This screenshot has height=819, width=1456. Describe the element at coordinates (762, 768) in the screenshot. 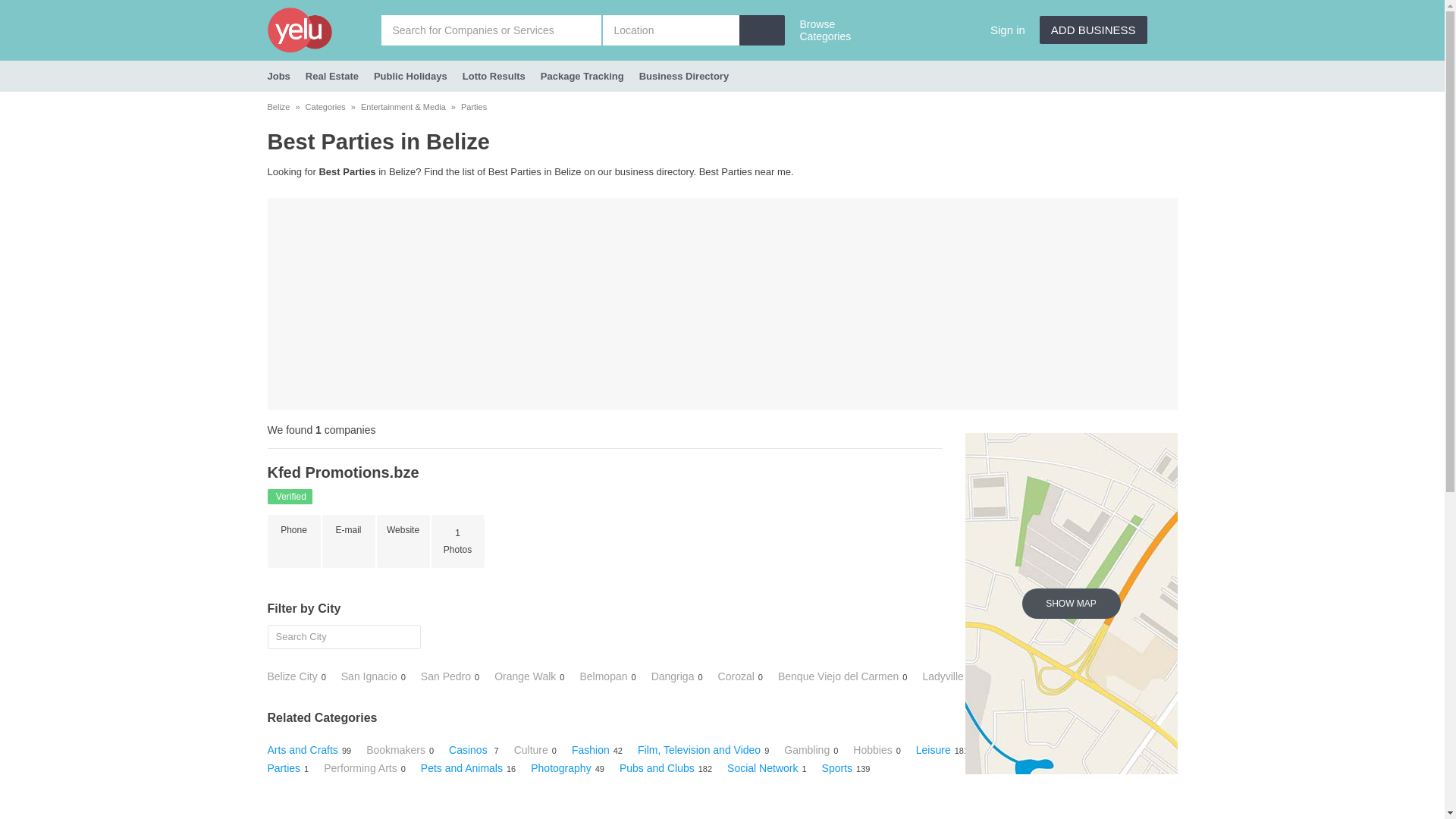

I see `'Social Network'` at that location.